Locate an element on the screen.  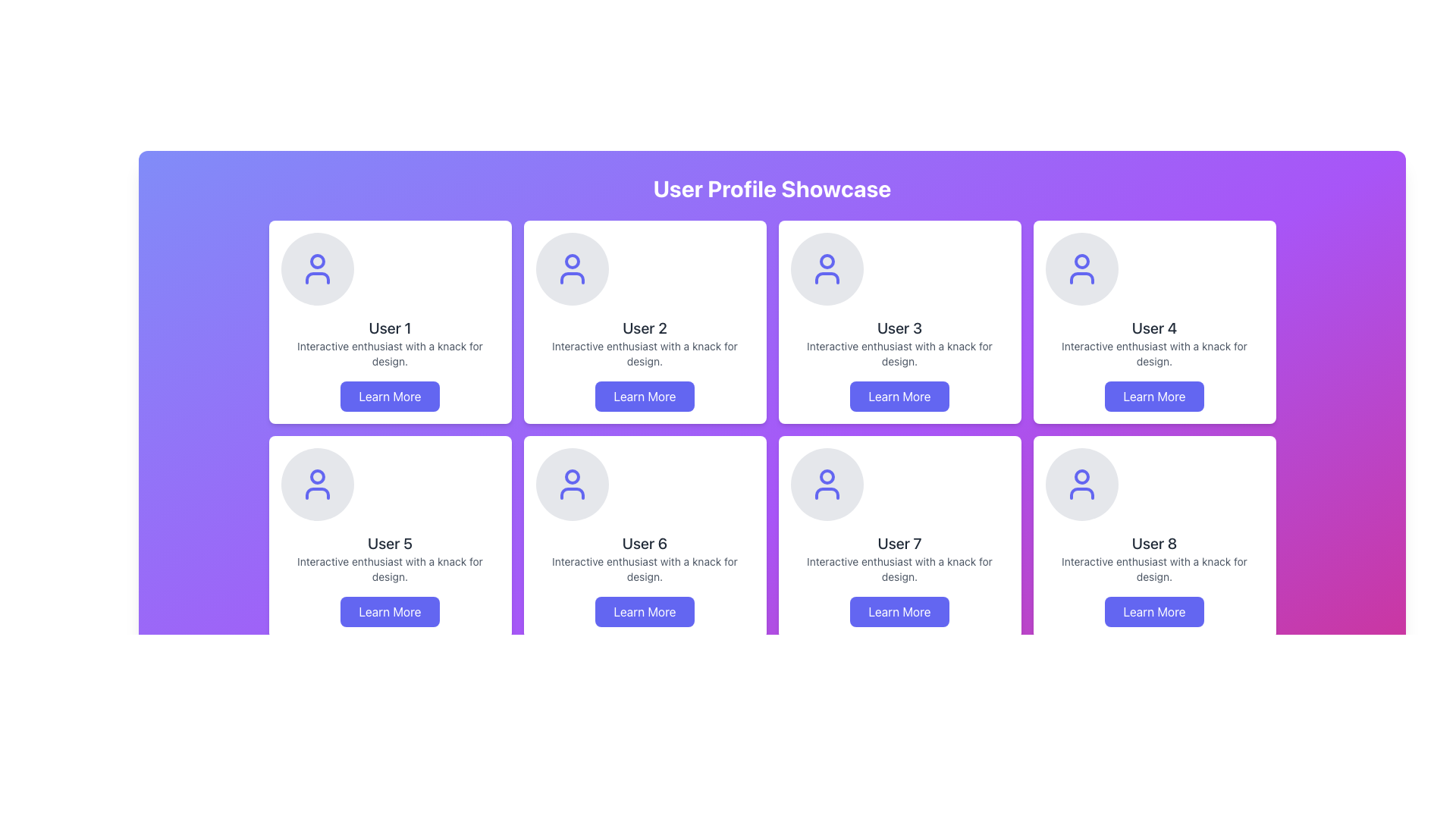
the button located at the bottom center of the 'User 3' card is located at coordinates (899, 396).